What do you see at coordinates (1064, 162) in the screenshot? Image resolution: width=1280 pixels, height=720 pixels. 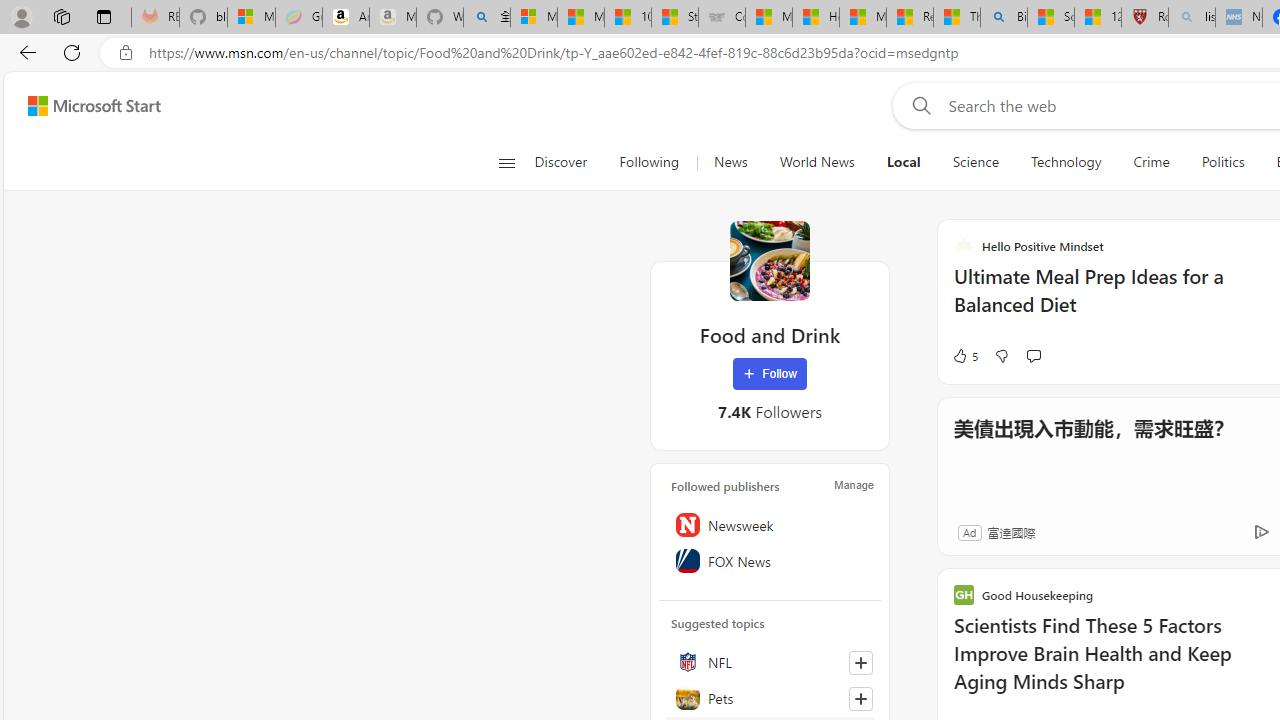 I see `'Technology'` at bounding box center [1064, 162].